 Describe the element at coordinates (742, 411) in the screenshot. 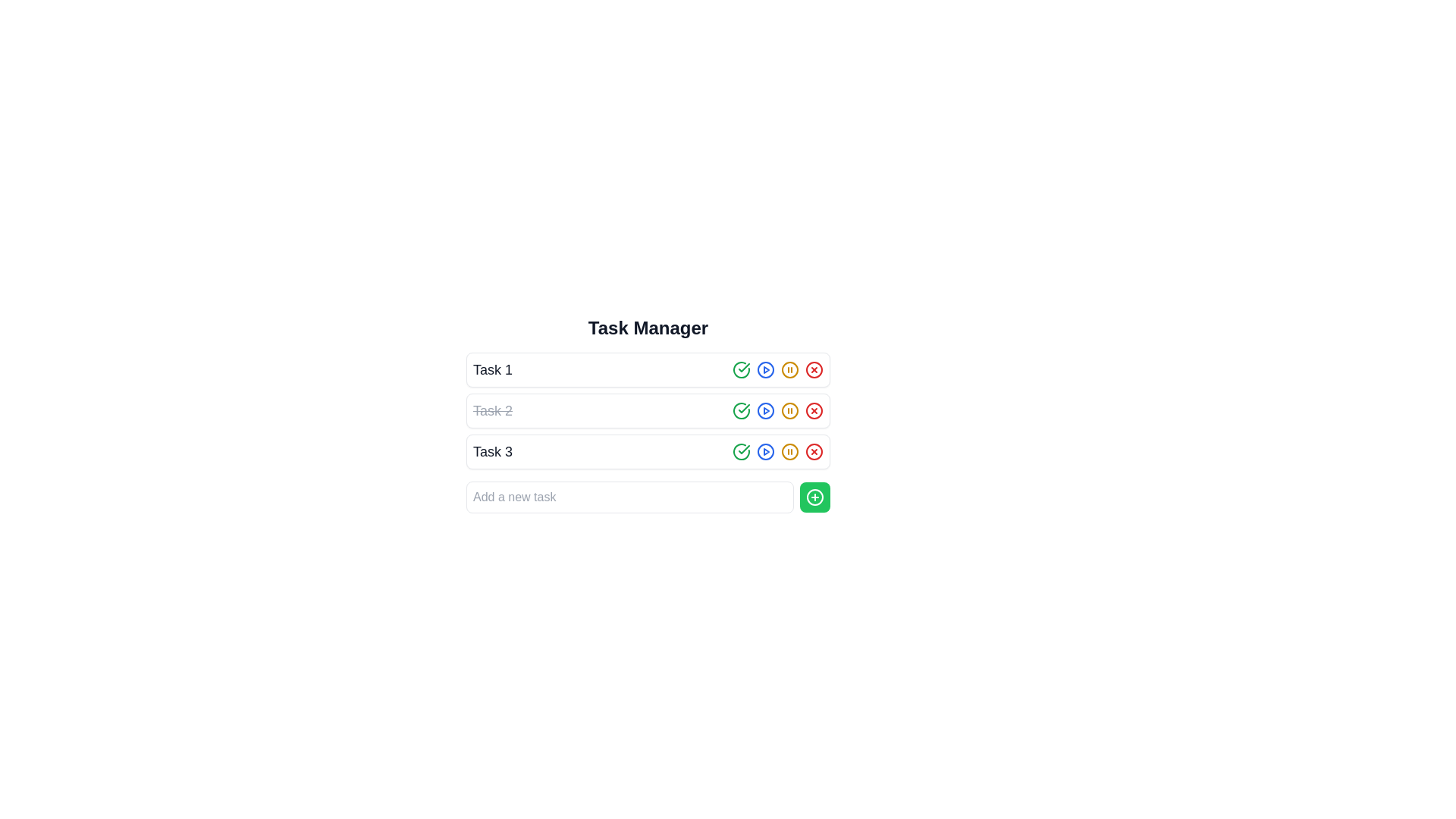

I see `the checkmark icon in the 'Task 2' row of the task management list` at that location.